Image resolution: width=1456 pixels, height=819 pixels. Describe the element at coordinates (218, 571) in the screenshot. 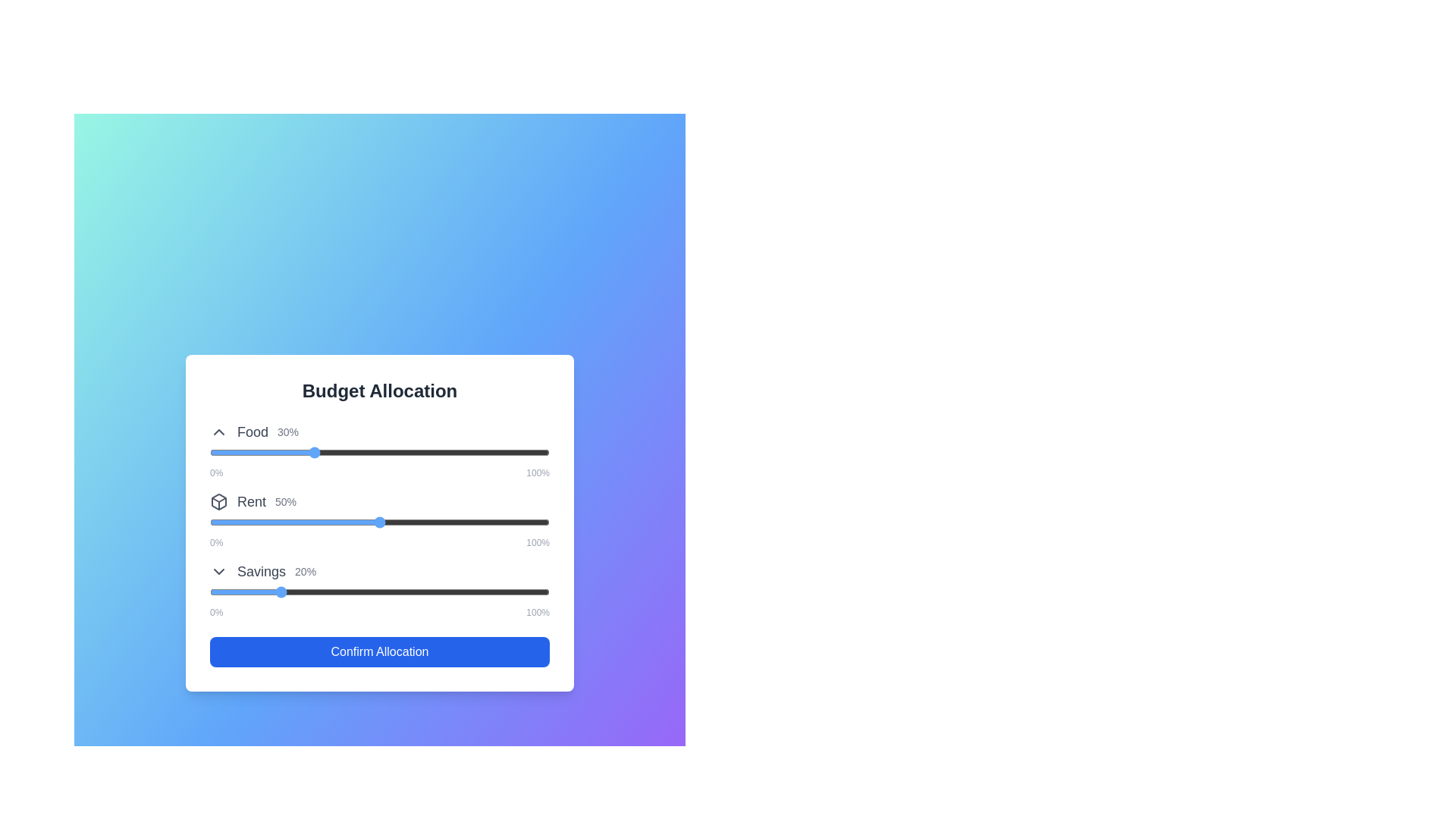

I see `the icon representing the Savings category` at that location.